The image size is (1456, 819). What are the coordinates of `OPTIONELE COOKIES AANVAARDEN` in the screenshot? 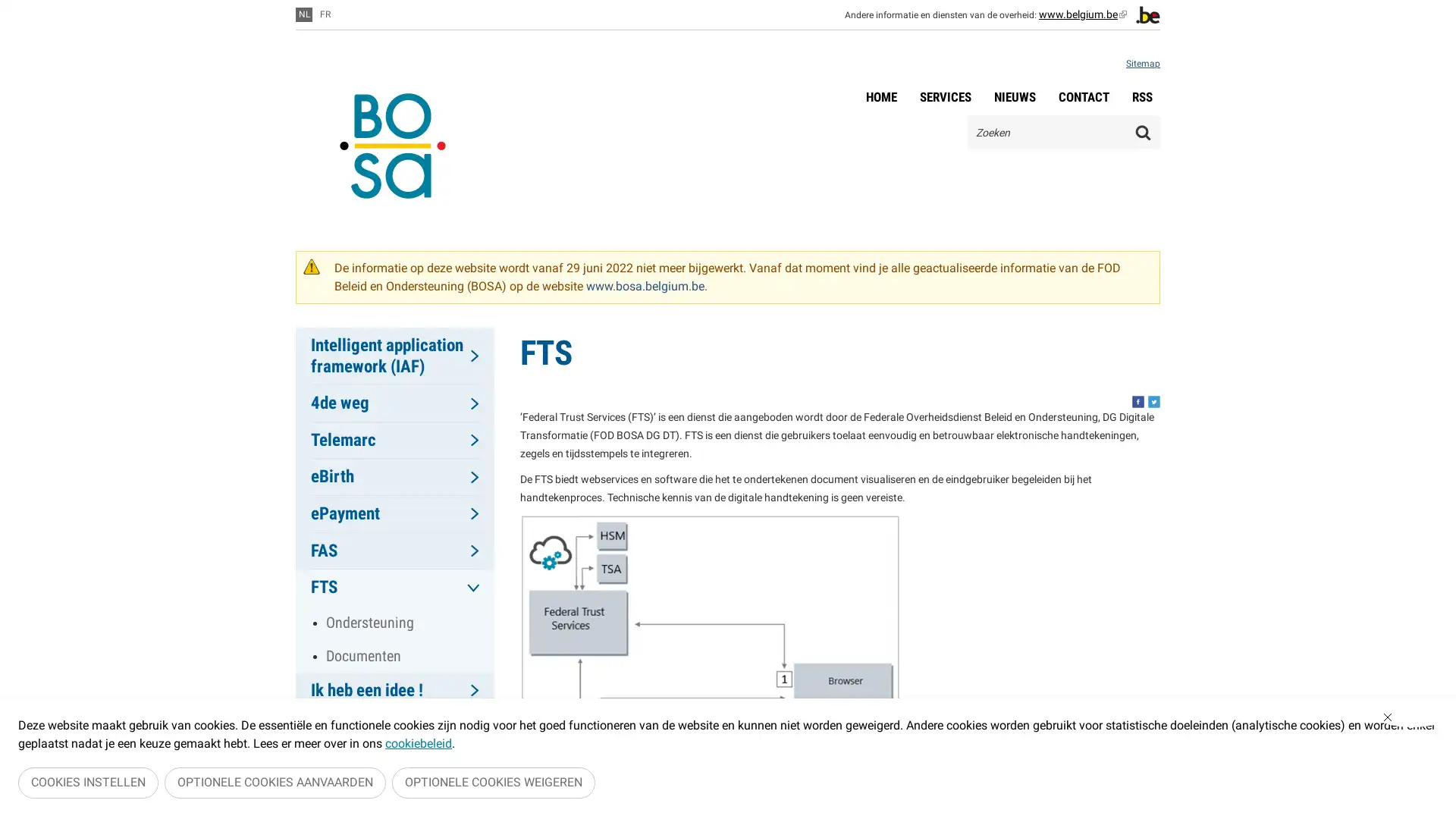 It's located at (275, 784).